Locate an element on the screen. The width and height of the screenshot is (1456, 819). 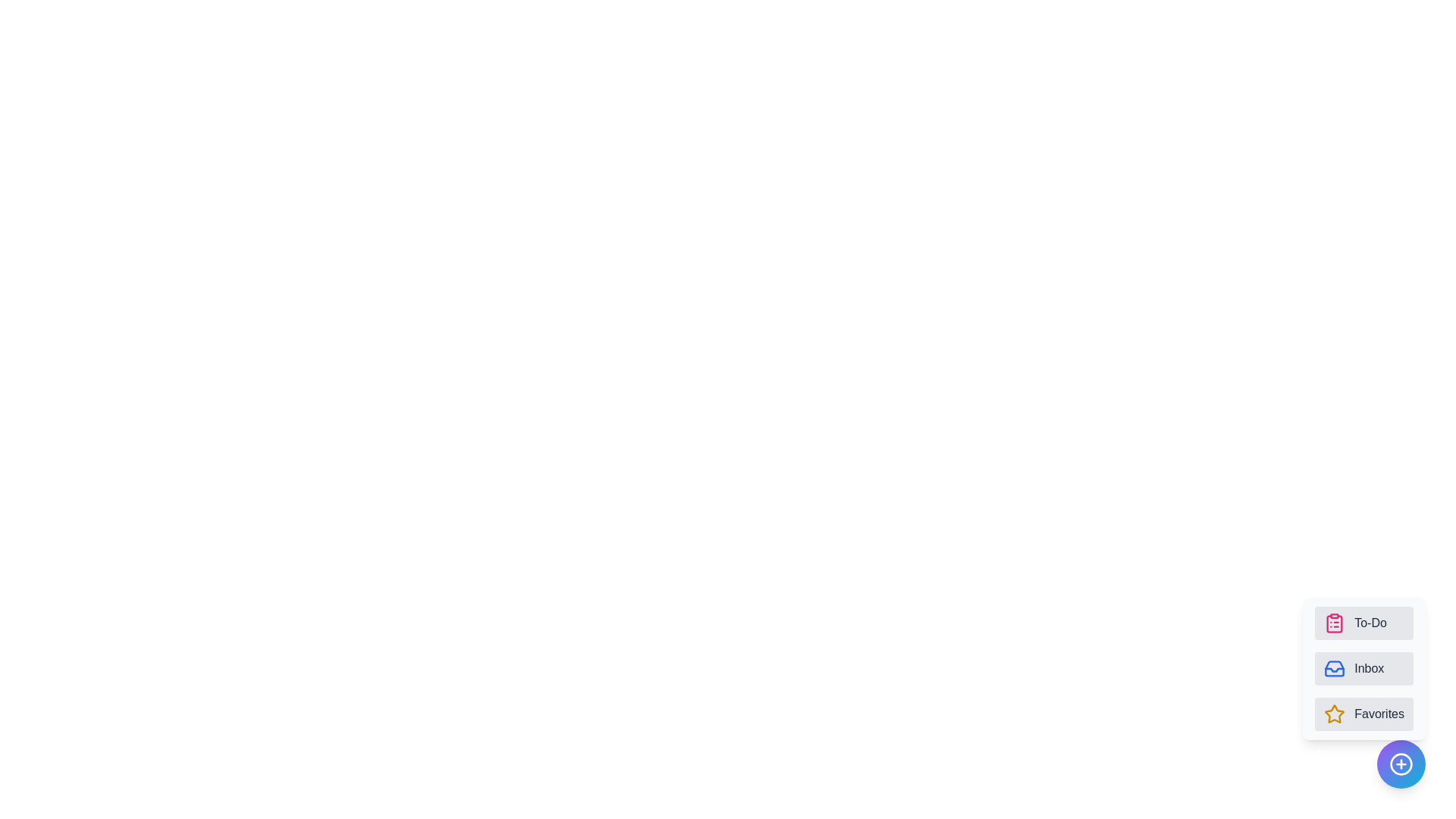
floating action button to toggle the panel is located at coordinates (1401, 764).